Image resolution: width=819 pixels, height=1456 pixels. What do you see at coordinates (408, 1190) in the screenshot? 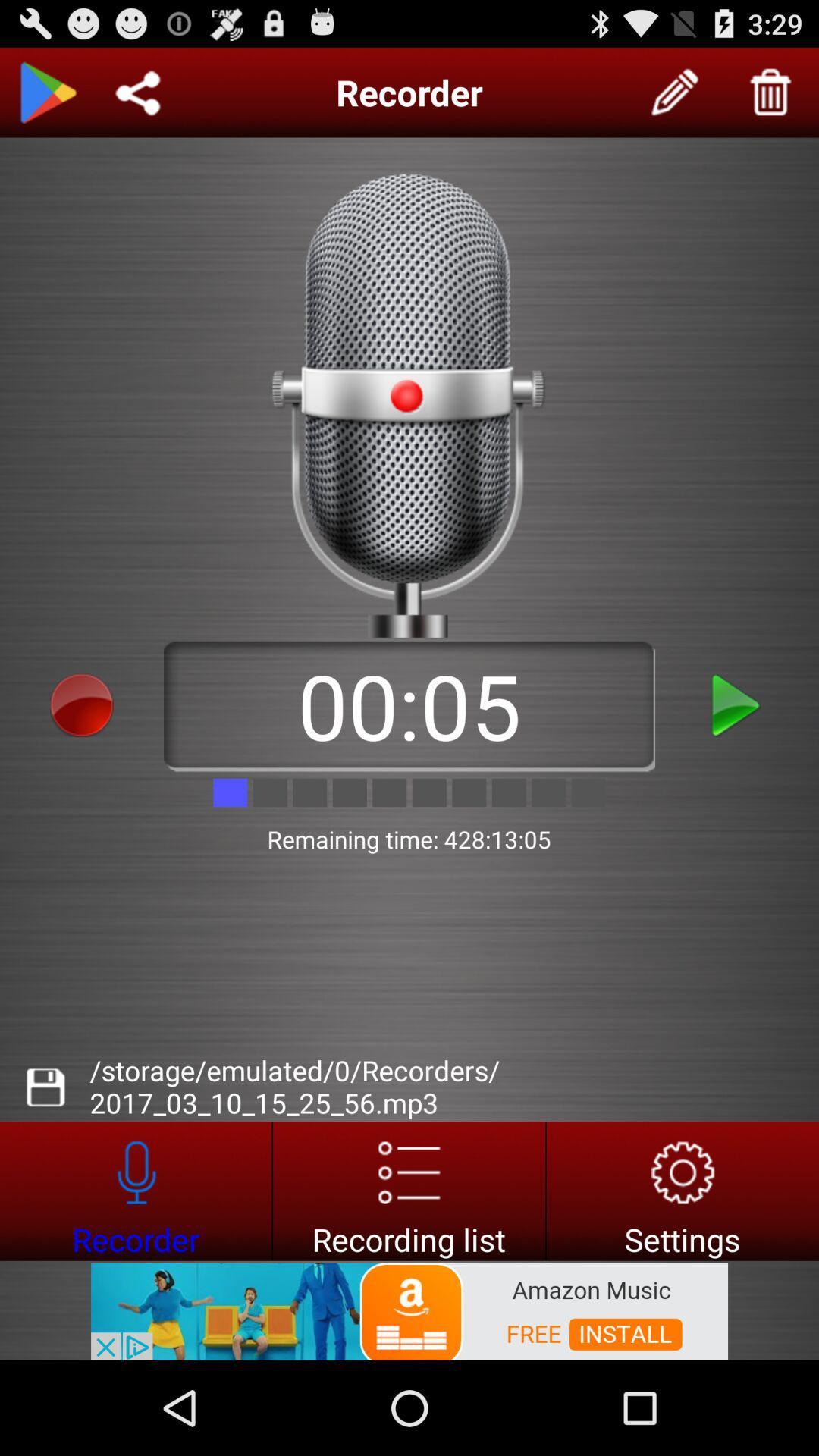
I see `see recording list` at bounding box center [408, 1190].